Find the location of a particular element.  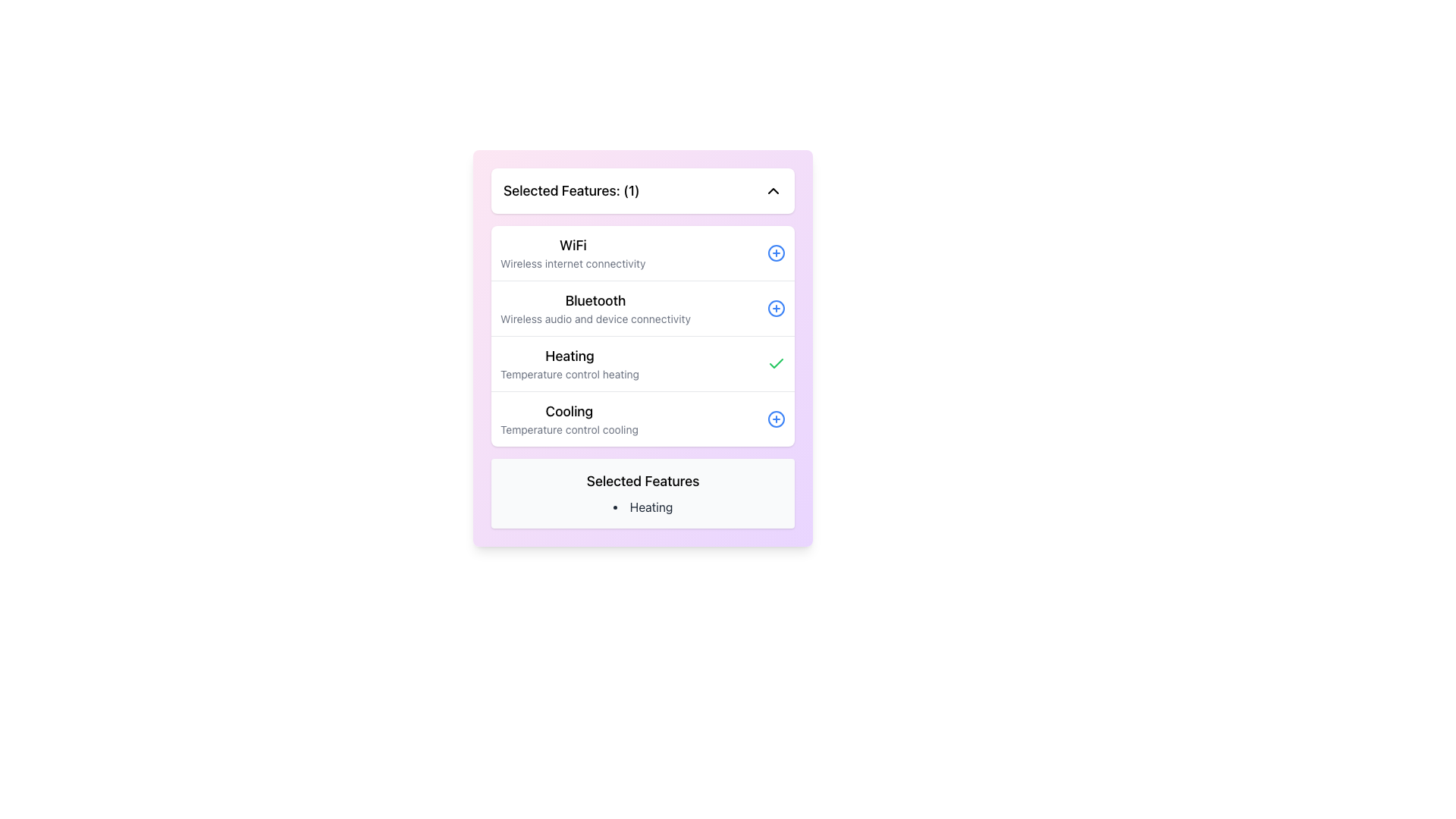

the Text Label element containing the phrase 'Temperature control heating', which is positioned directly below the 'Heating' title is located at coordinates (569, 374).